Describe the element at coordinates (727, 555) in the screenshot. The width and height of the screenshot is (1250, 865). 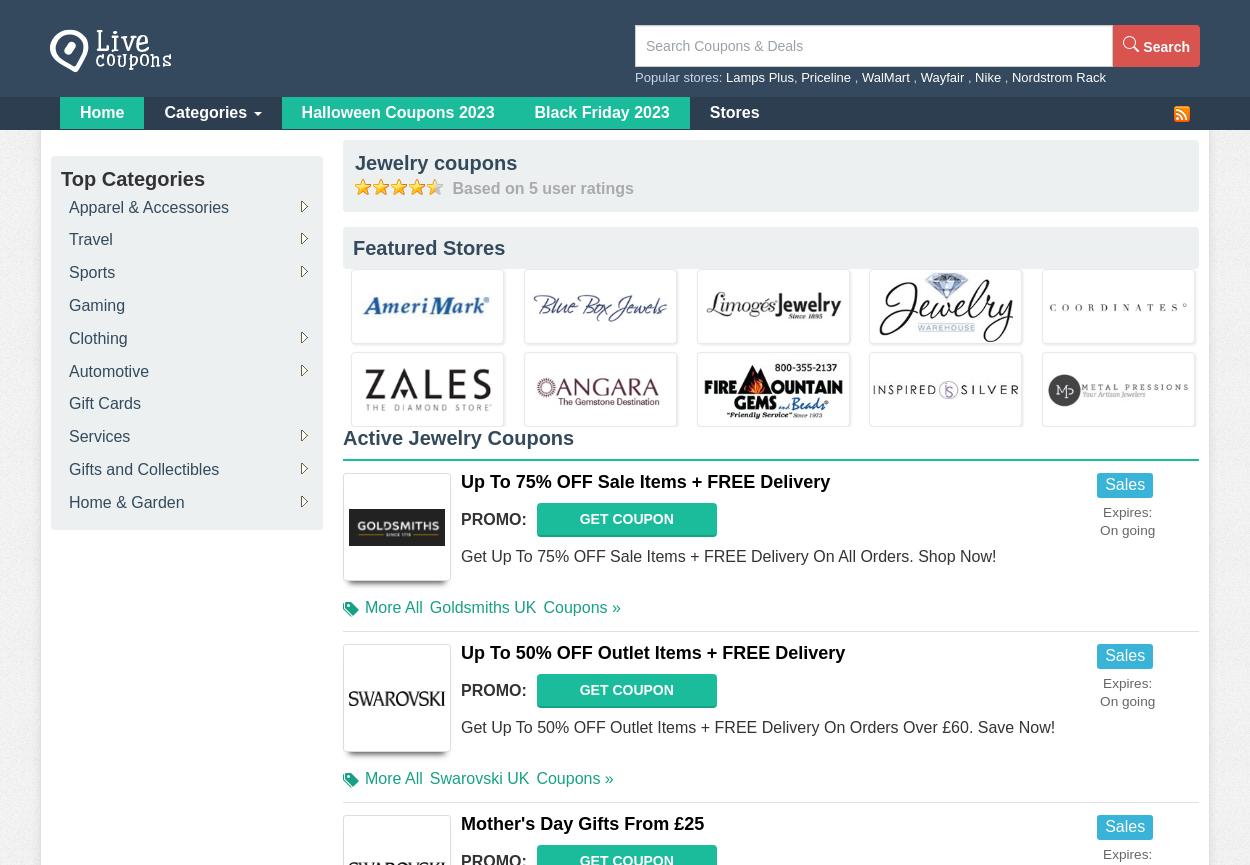
I see `'Get Up To 75% OFF Sale Items + FREE Delivery On All Orders. Shop Now!'` at that location.